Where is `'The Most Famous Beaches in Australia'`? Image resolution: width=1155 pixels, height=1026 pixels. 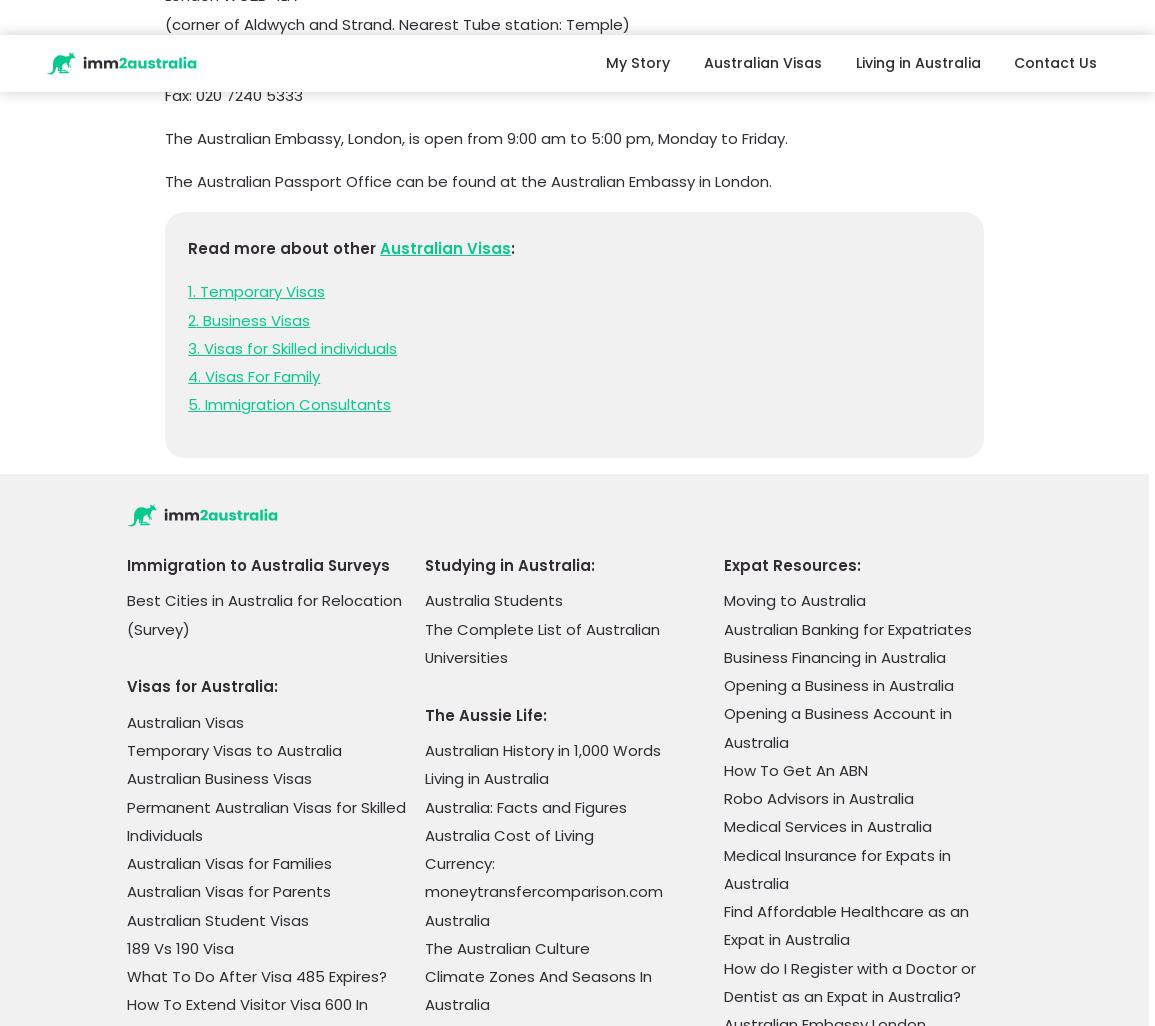 'The Most Famous Beaches in Australia' is located at coordinates (532, 408).